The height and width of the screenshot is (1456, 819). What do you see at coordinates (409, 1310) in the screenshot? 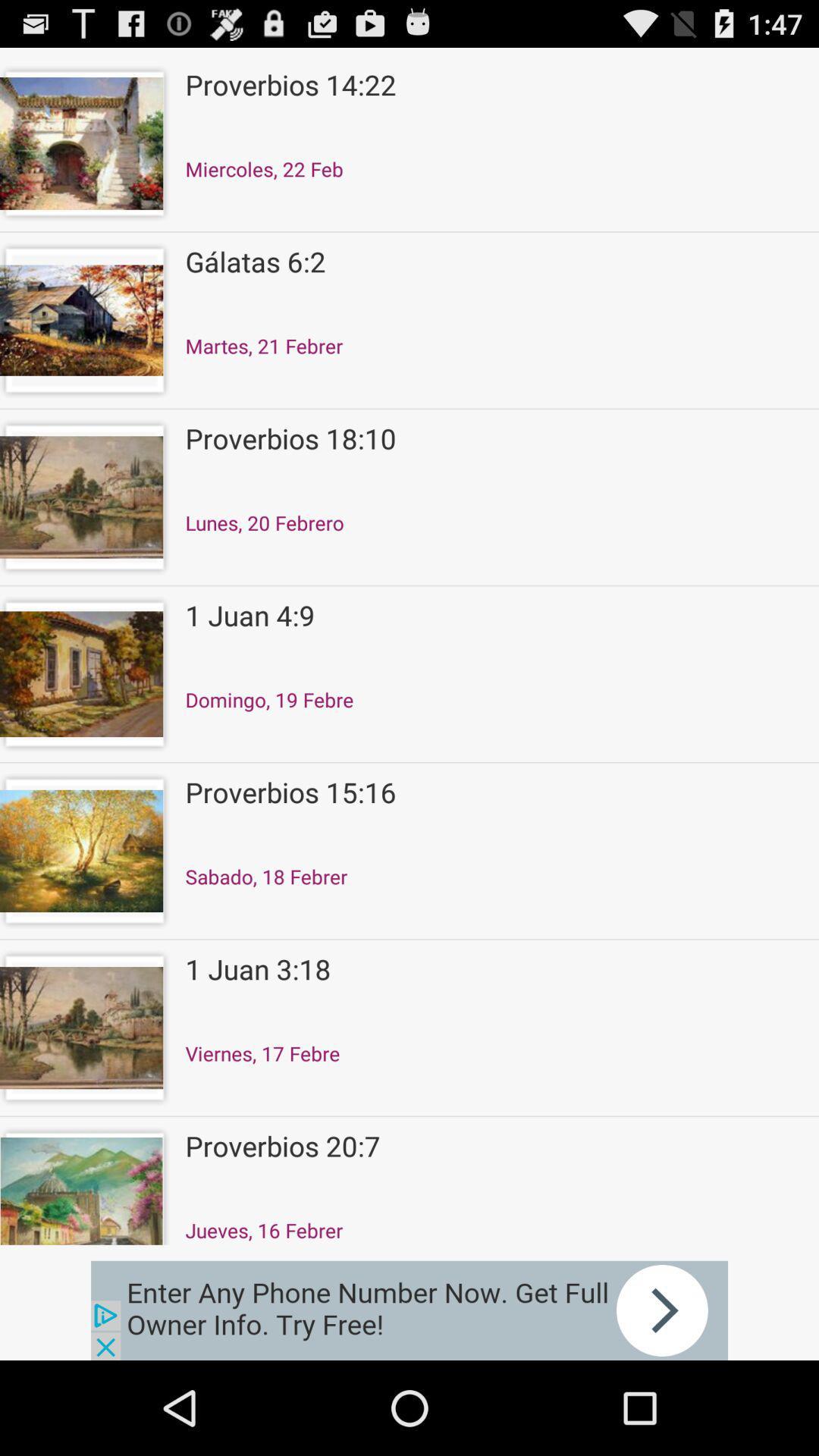
I see `advertisement link` at bounding box center [409, 1310].